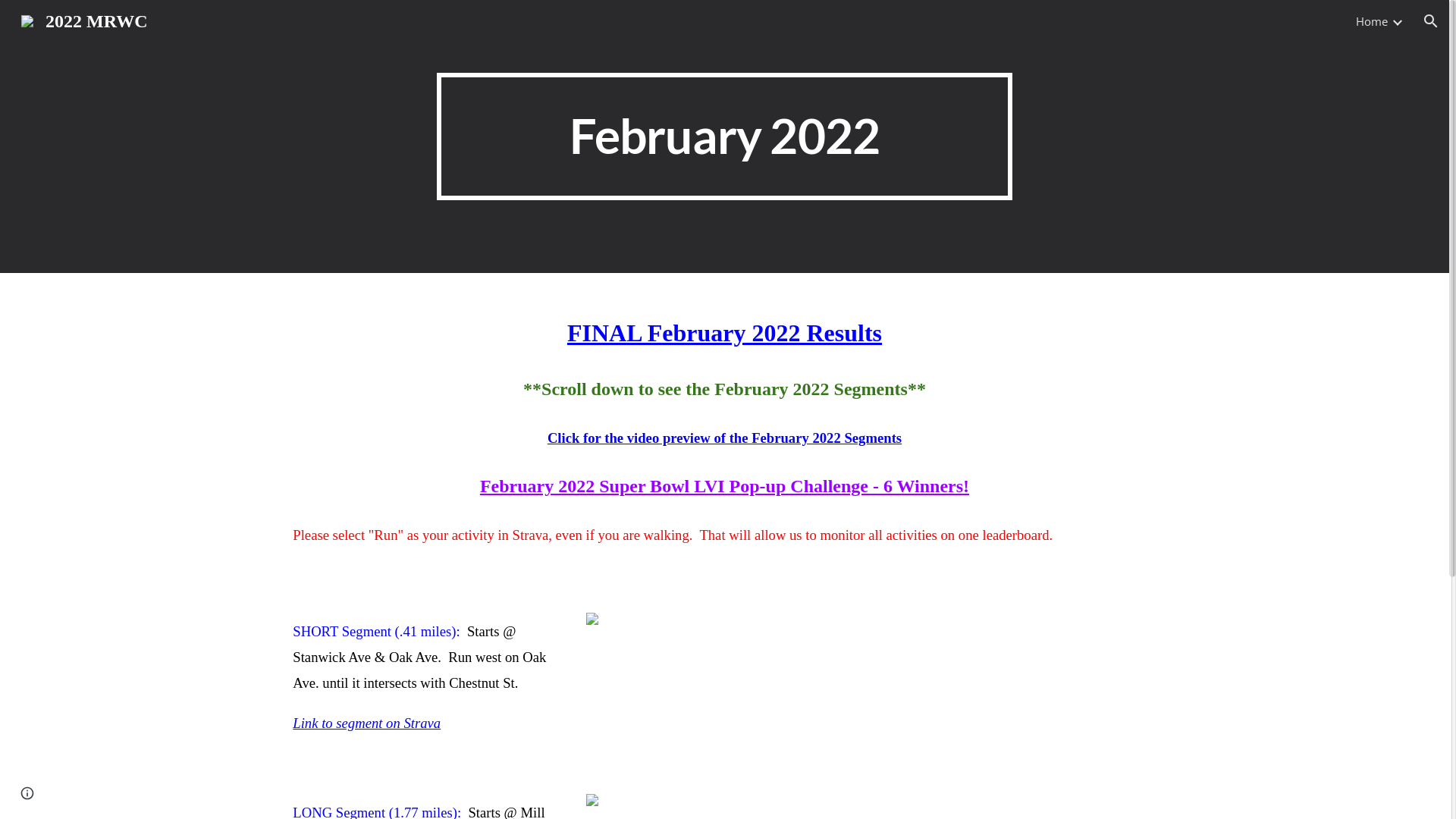  What do you see at coordinates (1372, 20) in the screenshot?
I see `'Home'` at bounding box center [1372, 20].